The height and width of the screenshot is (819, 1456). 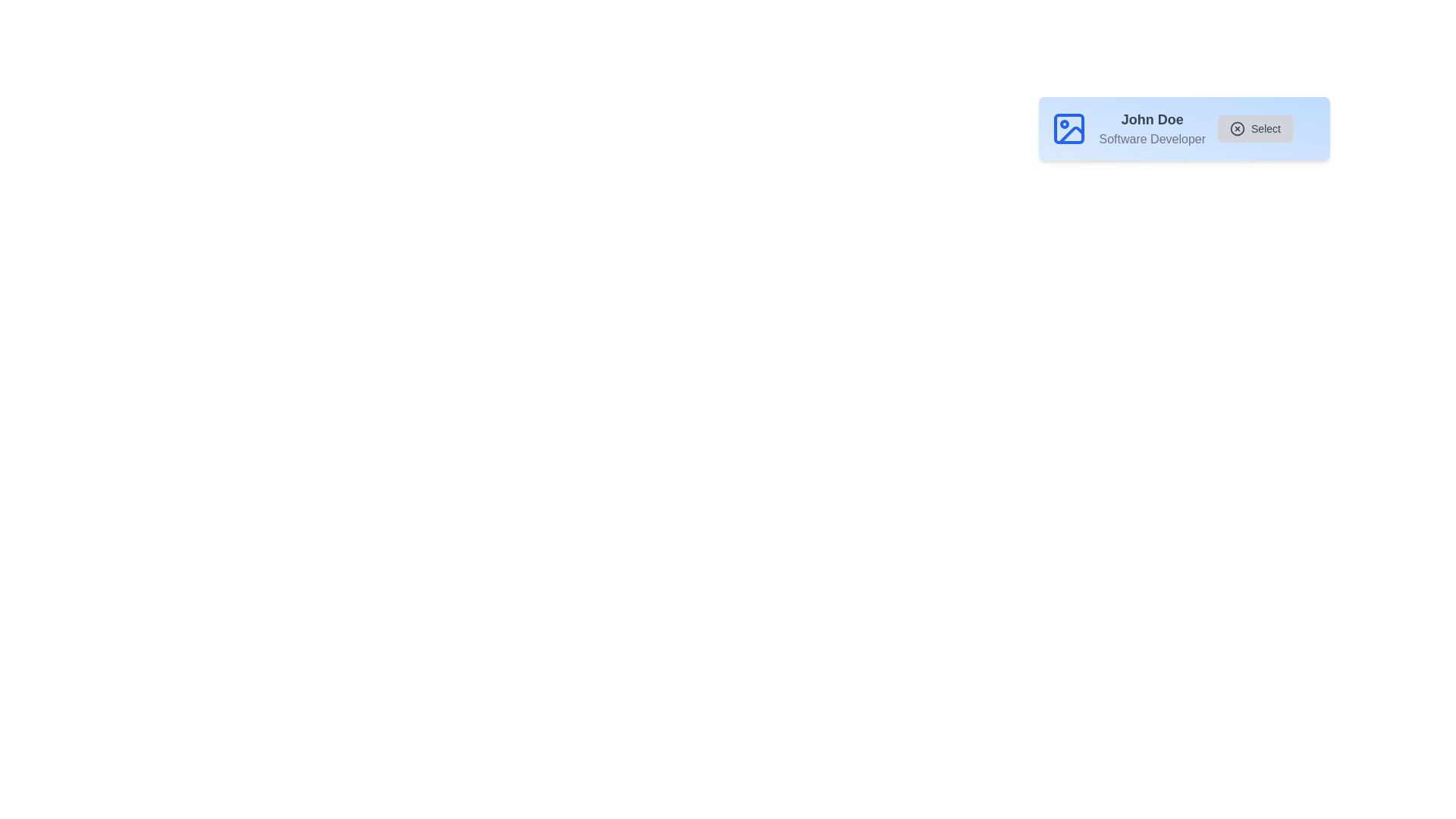 What do you see at coordinates (1068, 127) in the screenshot?
I see `the image icon to interact with it` at bounding box center [1068, 127].